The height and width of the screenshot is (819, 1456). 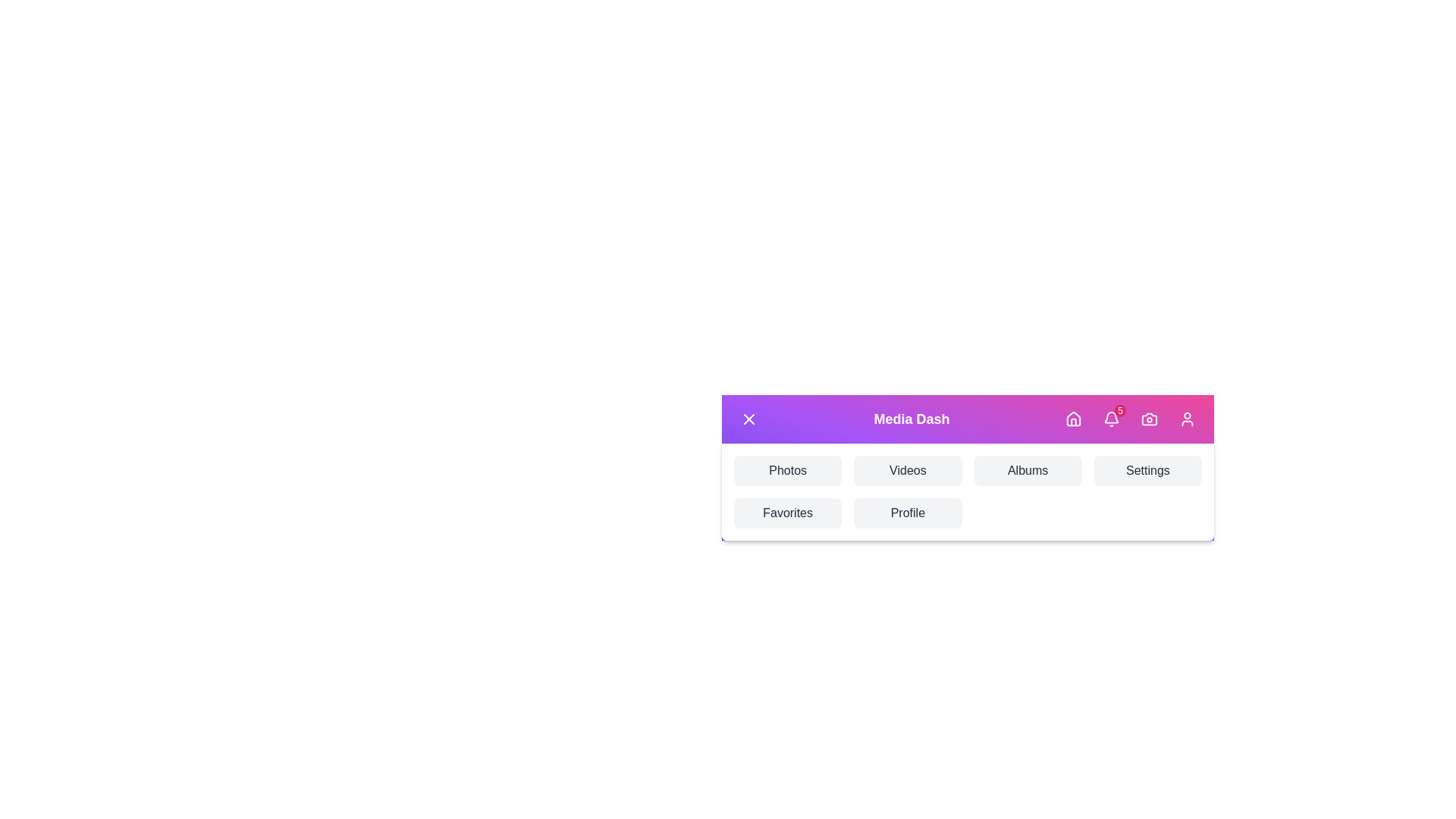 What do you see at coordinates (1028, 470) in the screenshot?
I see `the navigation button labeled Albums to navigate to the respective section` at bounding box center [1028, 470].